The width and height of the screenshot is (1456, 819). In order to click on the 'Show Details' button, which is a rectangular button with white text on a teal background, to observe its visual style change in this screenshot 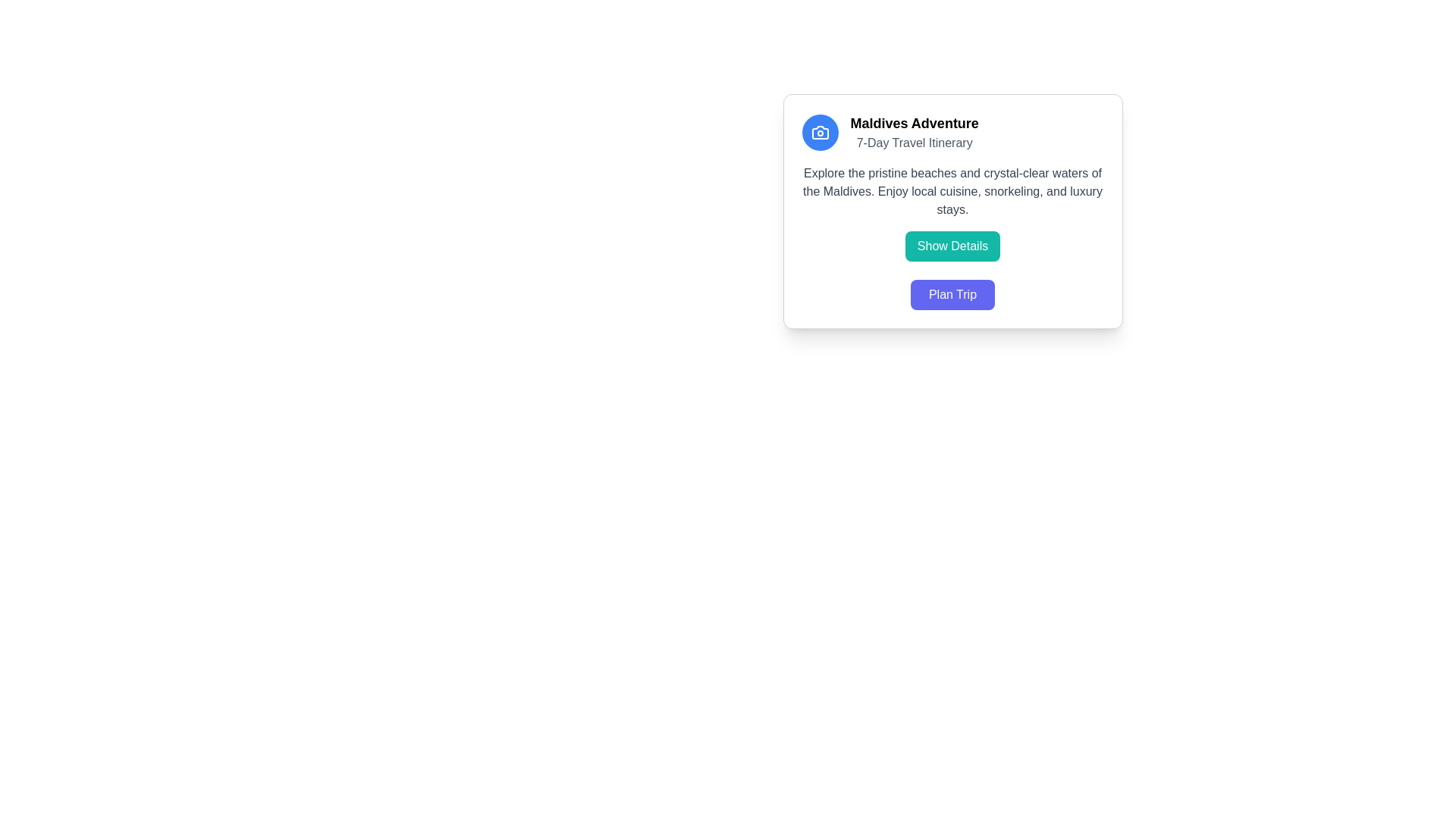, I will do `click(952, 245)`.